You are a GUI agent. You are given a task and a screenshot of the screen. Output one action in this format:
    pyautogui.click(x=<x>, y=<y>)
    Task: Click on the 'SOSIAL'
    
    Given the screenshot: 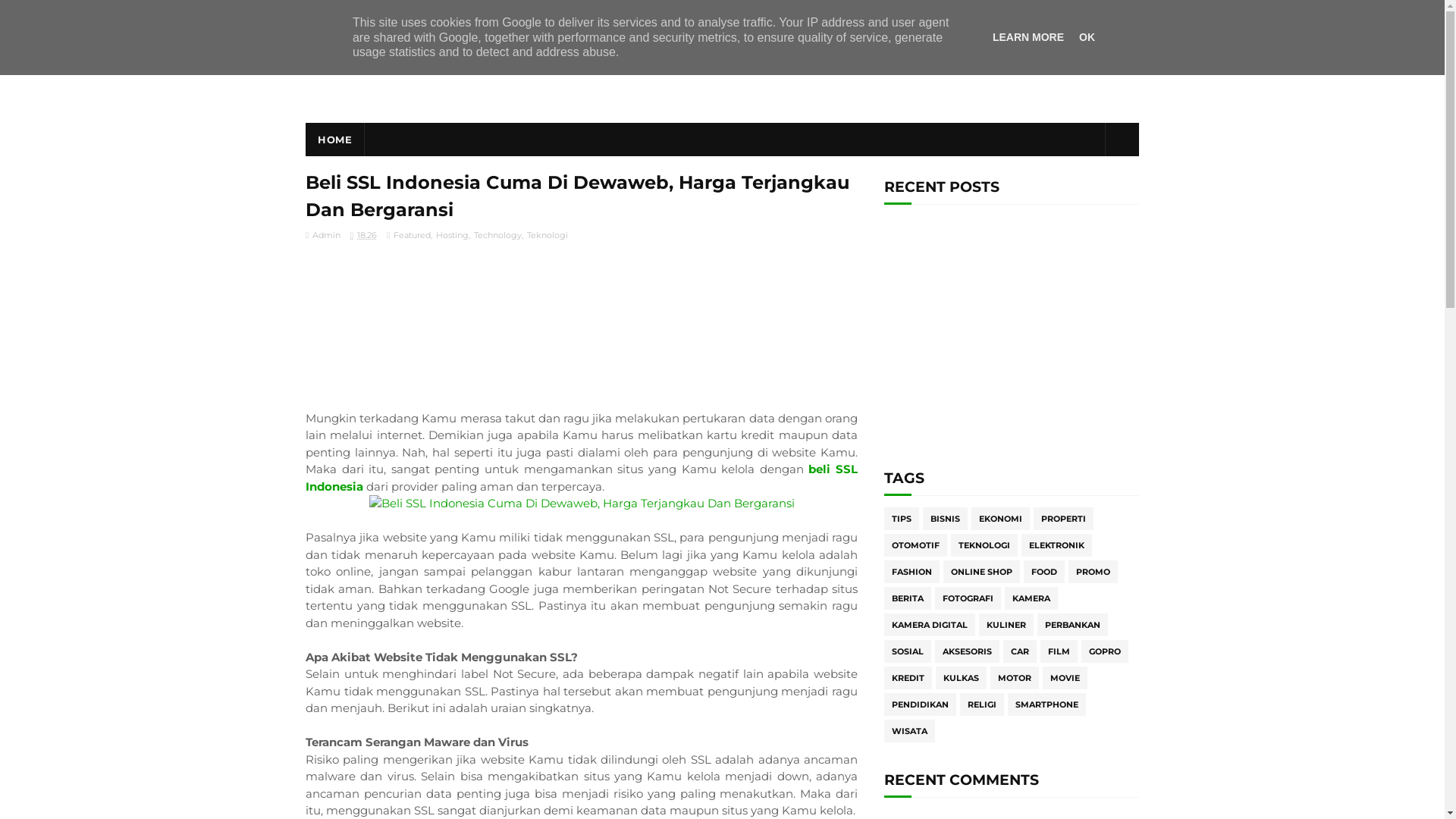 What is the action you would take?
    pyautogui.click(x=907, y=651)
    